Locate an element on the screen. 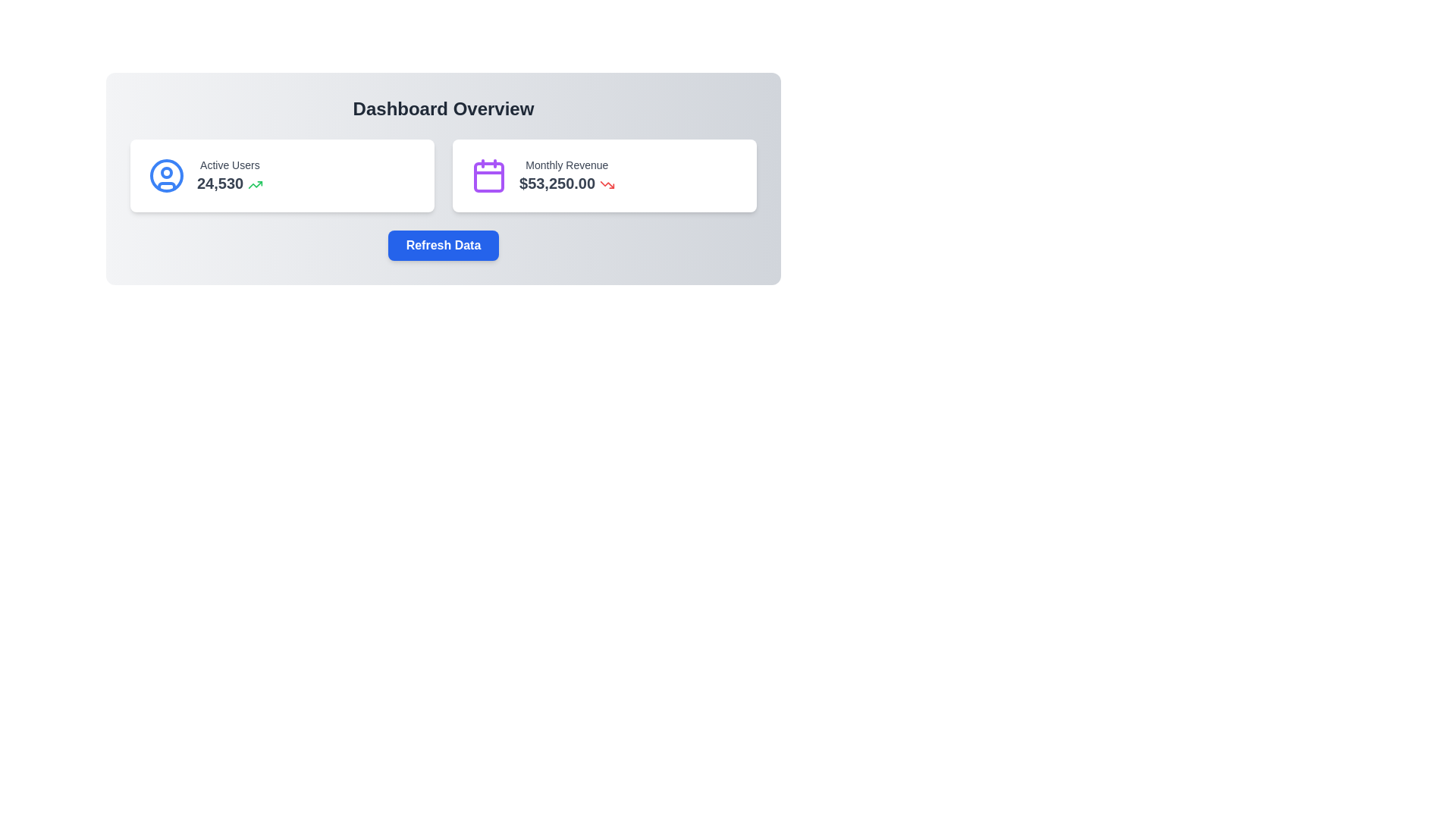 The height and width of the screenshot is (819, 1456). the 'Monthly Revenue' icon located in the right card of the Dashboard Overview section, which is visually aligned to the left of the text '$53,250.00' is located at coordinates (488, 174).